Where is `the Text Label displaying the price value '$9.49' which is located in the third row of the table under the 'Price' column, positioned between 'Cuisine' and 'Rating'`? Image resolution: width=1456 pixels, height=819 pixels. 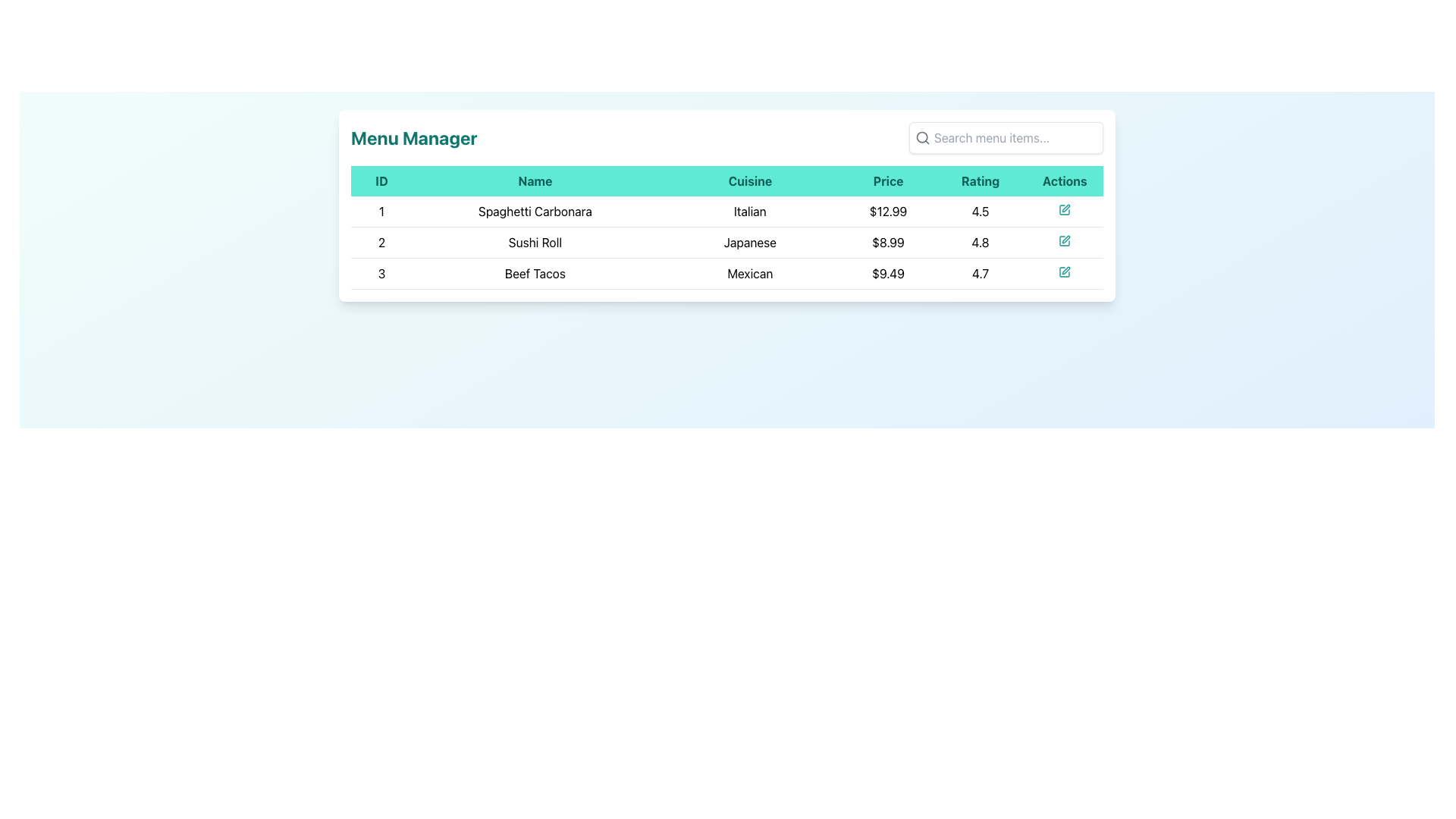
the Text Label displaying the price value '$9.49' which is located in the third row of the table under the 'Price' column, positioned between 'Cuisine' and 'Rating' is located at coordinates (888, 274).